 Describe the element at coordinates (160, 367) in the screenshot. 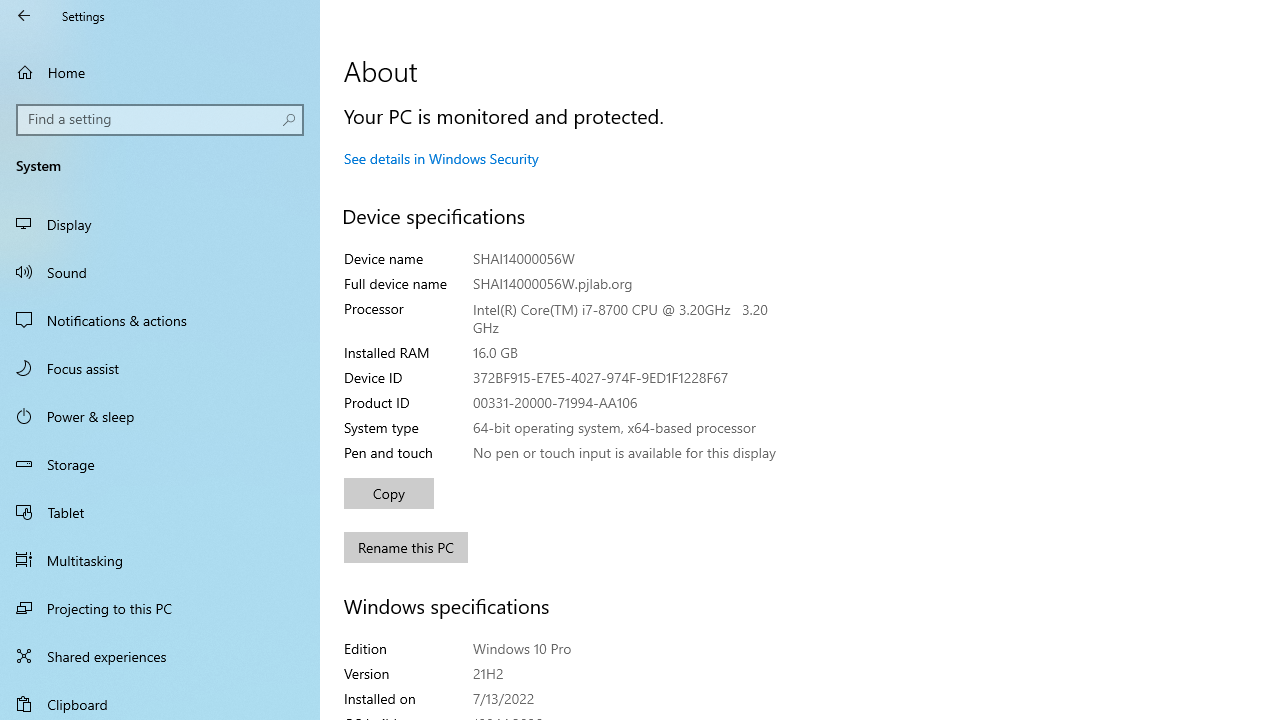

I see `'Focus assist'` at that location.